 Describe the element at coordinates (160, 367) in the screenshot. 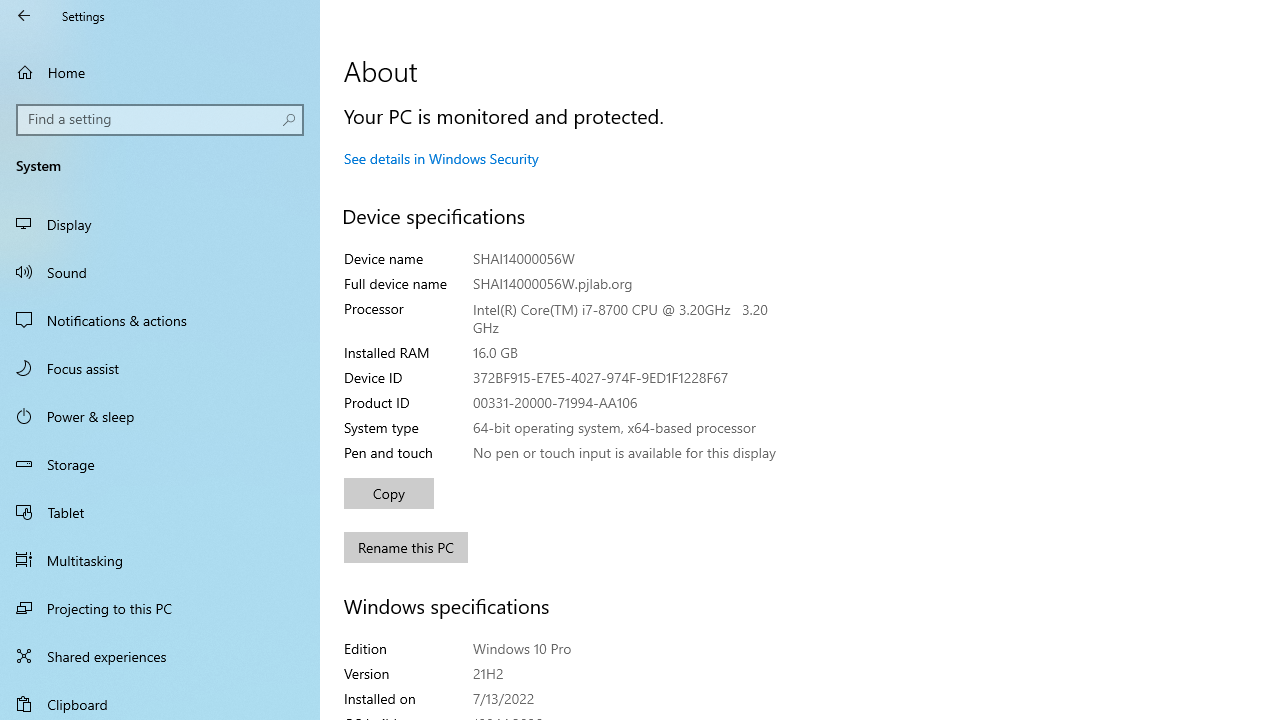

I see `'Focus assist'` at that location.